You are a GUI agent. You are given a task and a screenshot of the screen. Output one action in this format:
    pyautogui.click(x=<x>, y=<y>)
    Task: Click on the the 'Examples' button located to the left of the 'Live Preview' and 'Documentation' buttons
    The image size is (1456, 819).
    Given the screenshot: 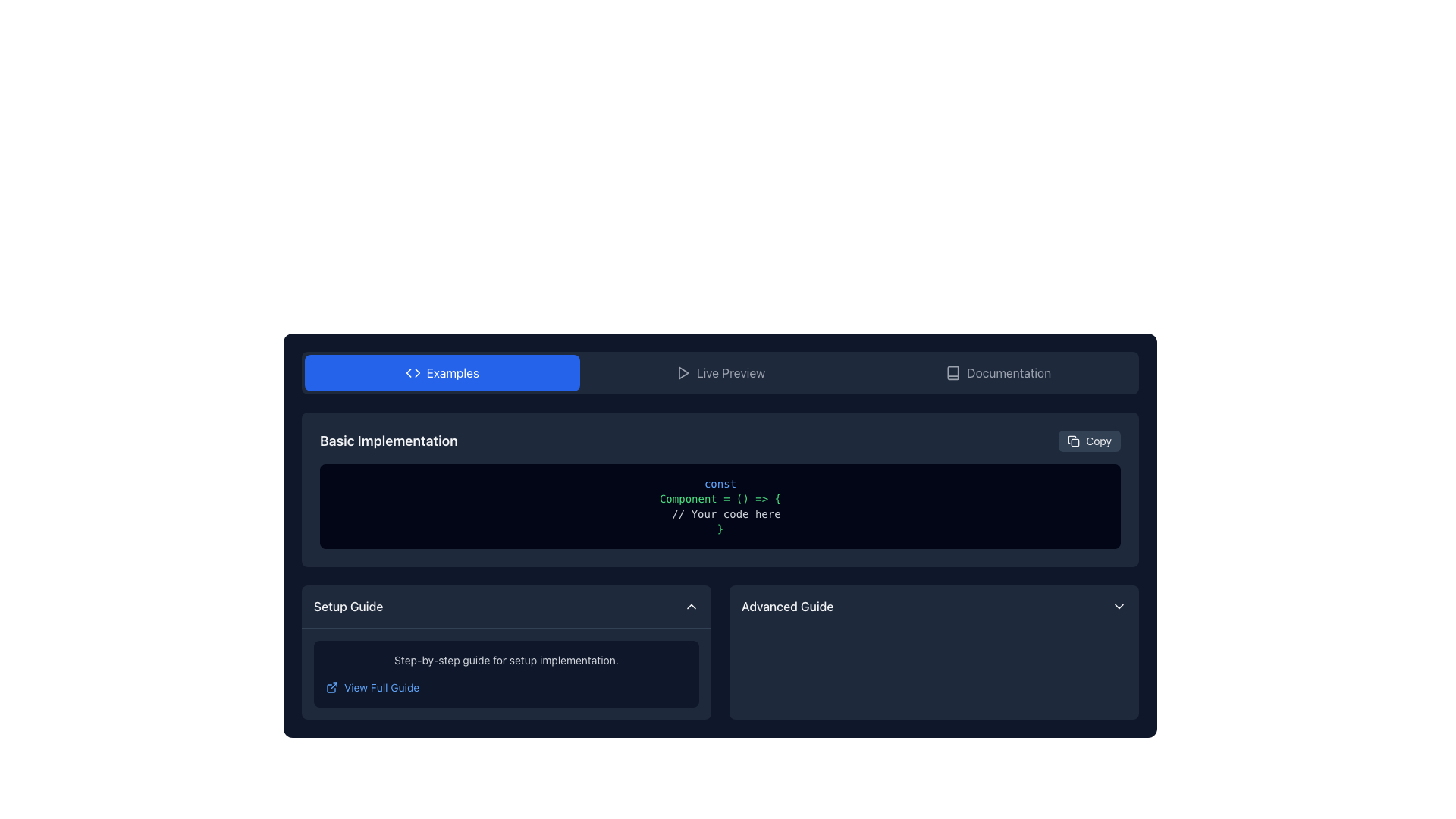 What is the action you would take?
    pyautogui.click(x=441, y=373)
    